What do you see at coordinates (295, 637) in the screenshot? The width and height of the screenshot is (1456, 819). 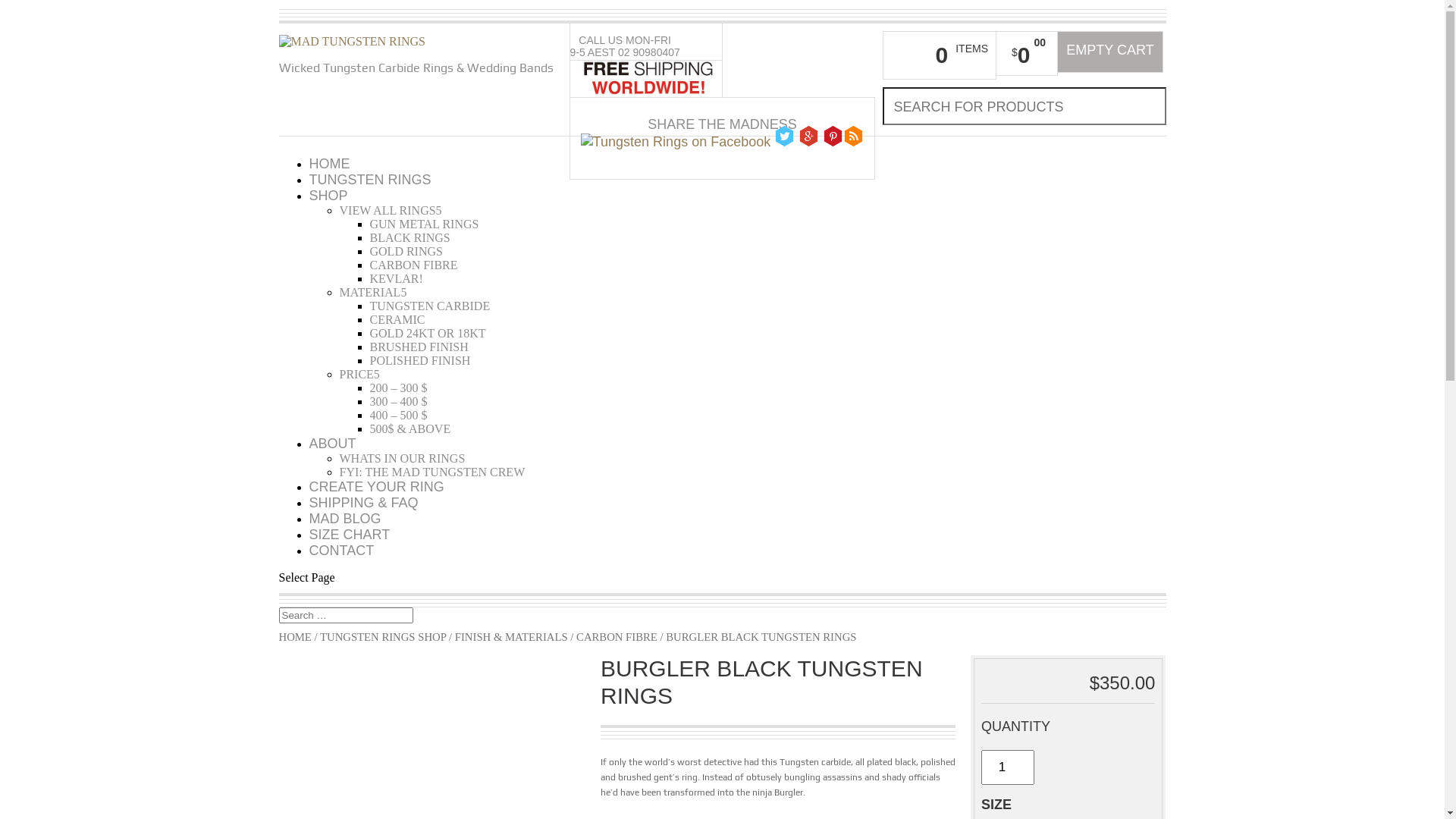 I see `'HOME'` at bounding box center [295, 637].